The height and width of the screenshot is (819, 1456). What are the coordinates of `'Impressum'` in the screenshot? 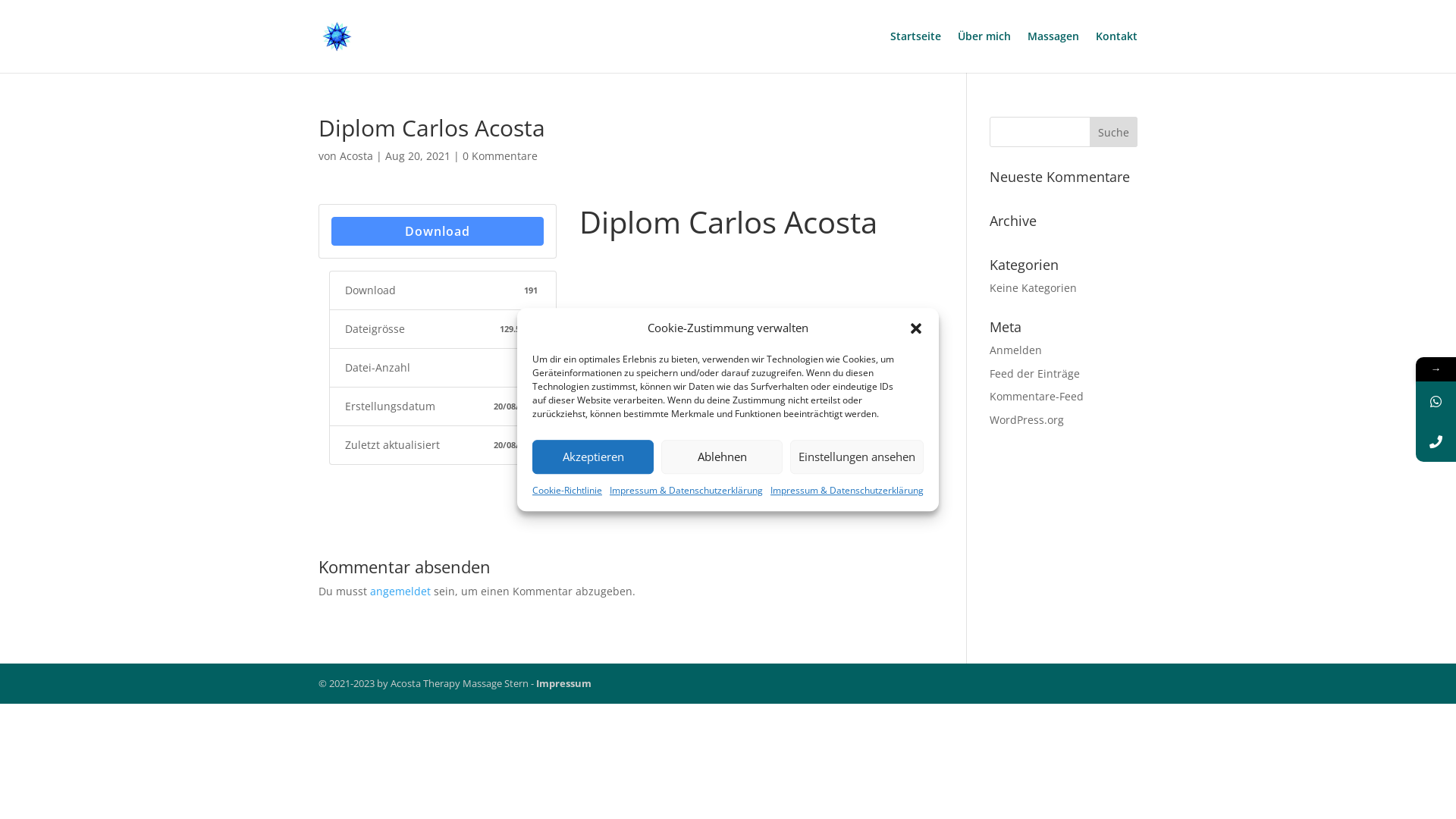 It's located at (563, 683).